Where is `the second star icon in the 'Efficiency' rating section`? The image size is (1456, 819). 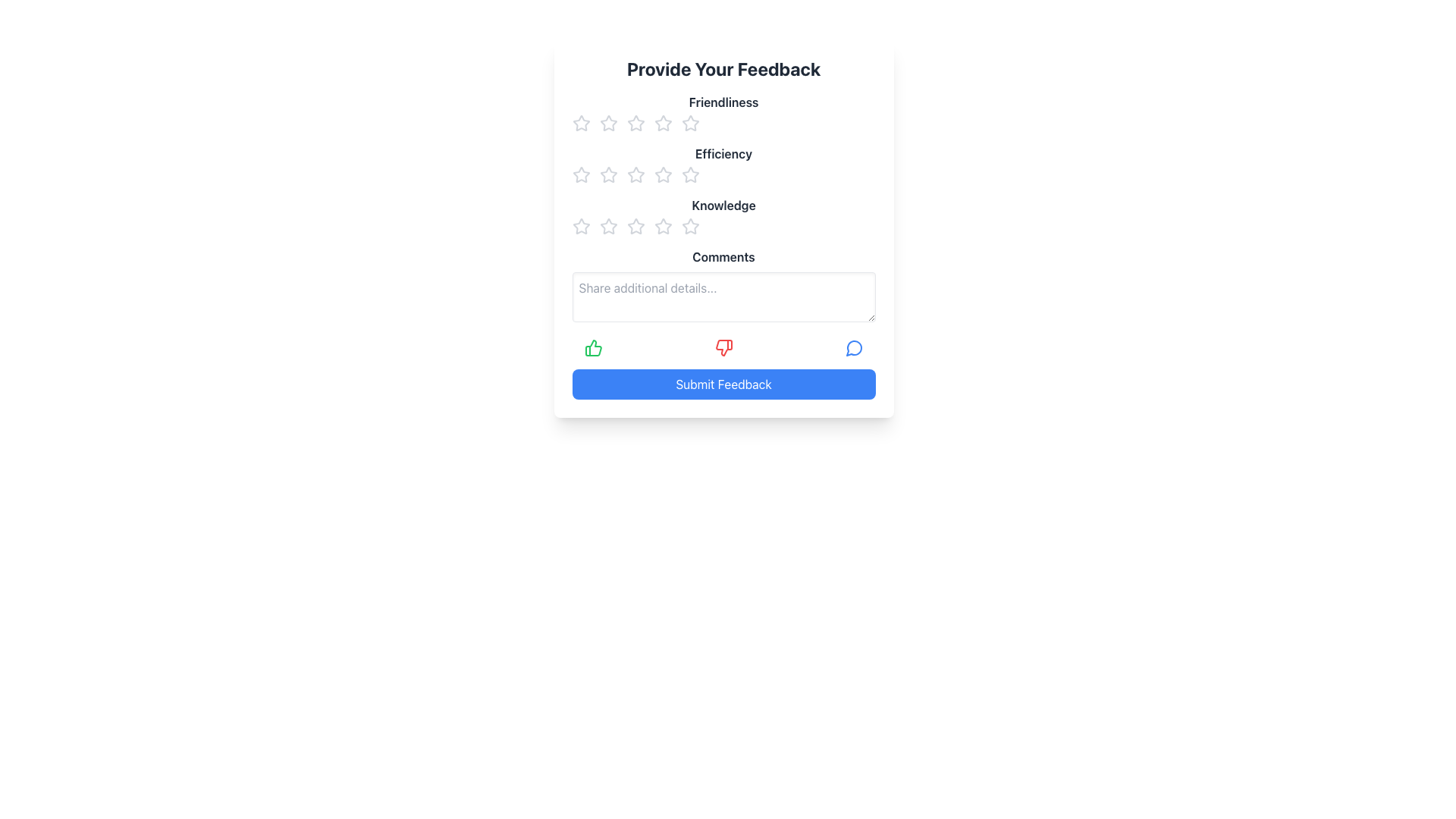
the second star icon in the 'Efficiency' rating section is located at coordinates (608, 174).